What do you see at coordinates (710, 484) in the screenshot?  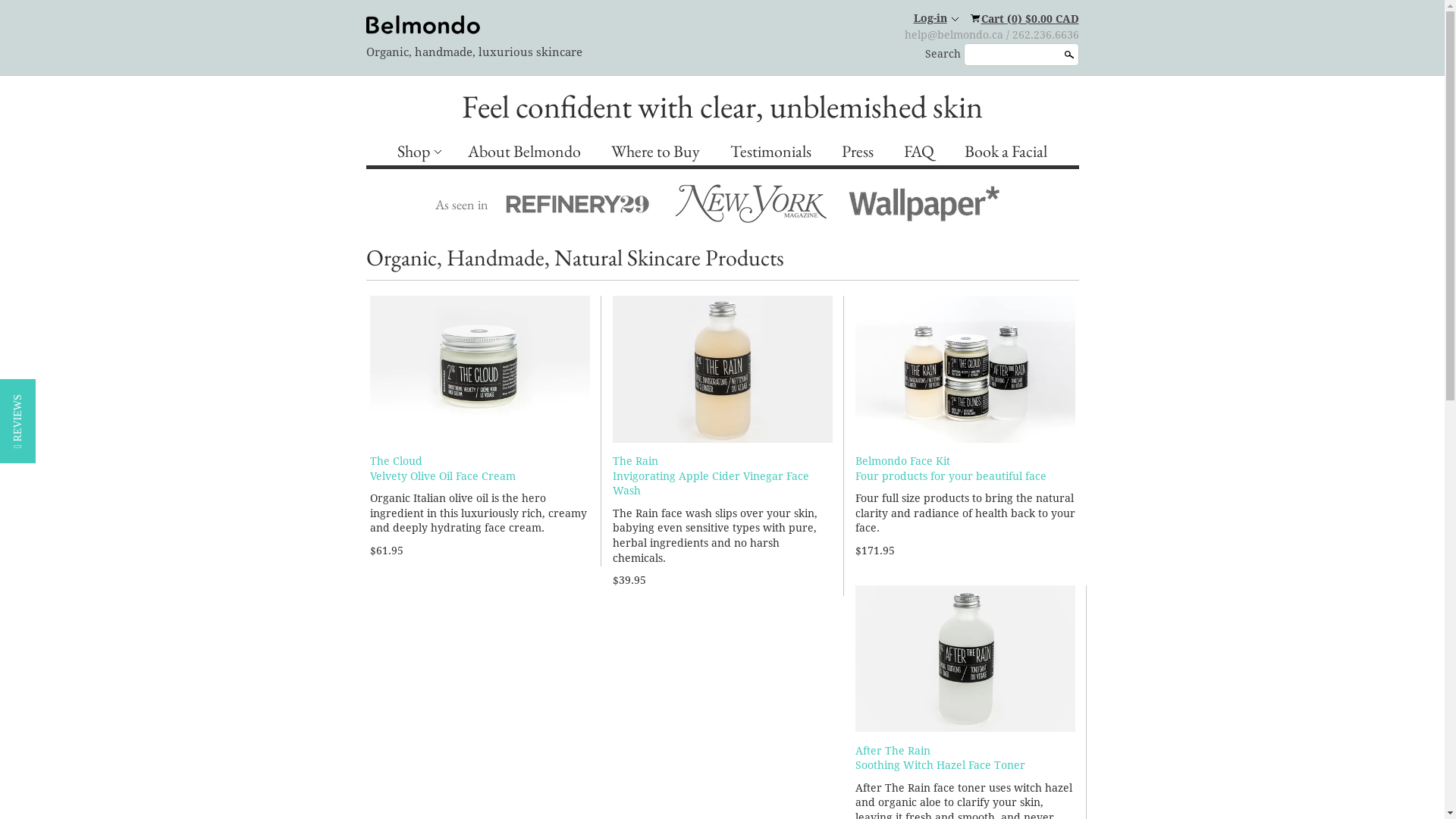 I see `'Invigorating Apple Cider Vinegar Face Wash'` at bounding box center [710, 484].